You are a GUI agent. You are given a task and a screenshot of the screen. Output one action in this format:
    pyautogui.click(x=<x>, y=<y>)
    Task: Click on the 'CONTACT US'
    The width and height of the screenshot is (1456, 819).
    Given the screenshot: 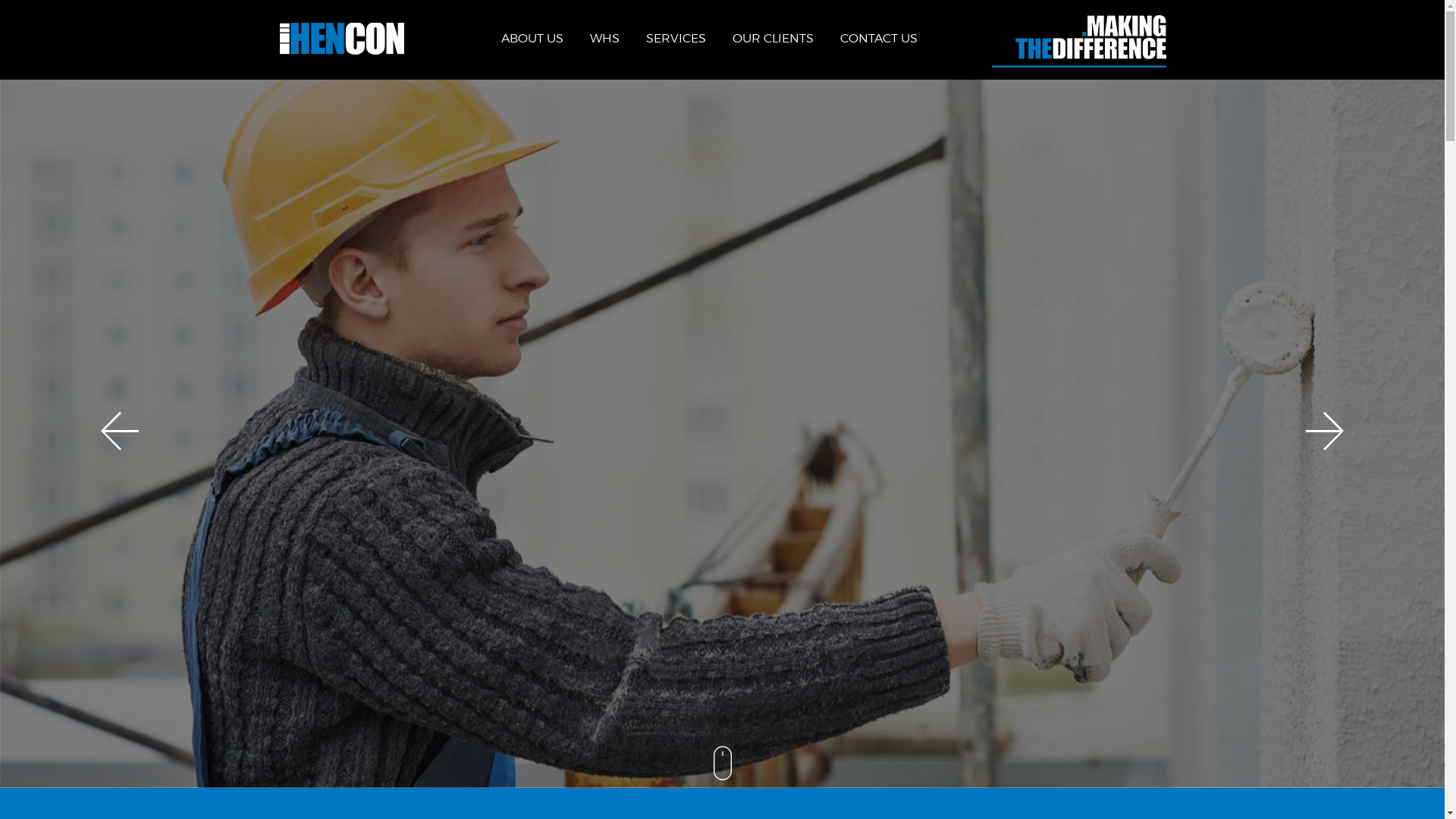 What is the action you would take?
    pyautogui.click(x=878, y=37)
    